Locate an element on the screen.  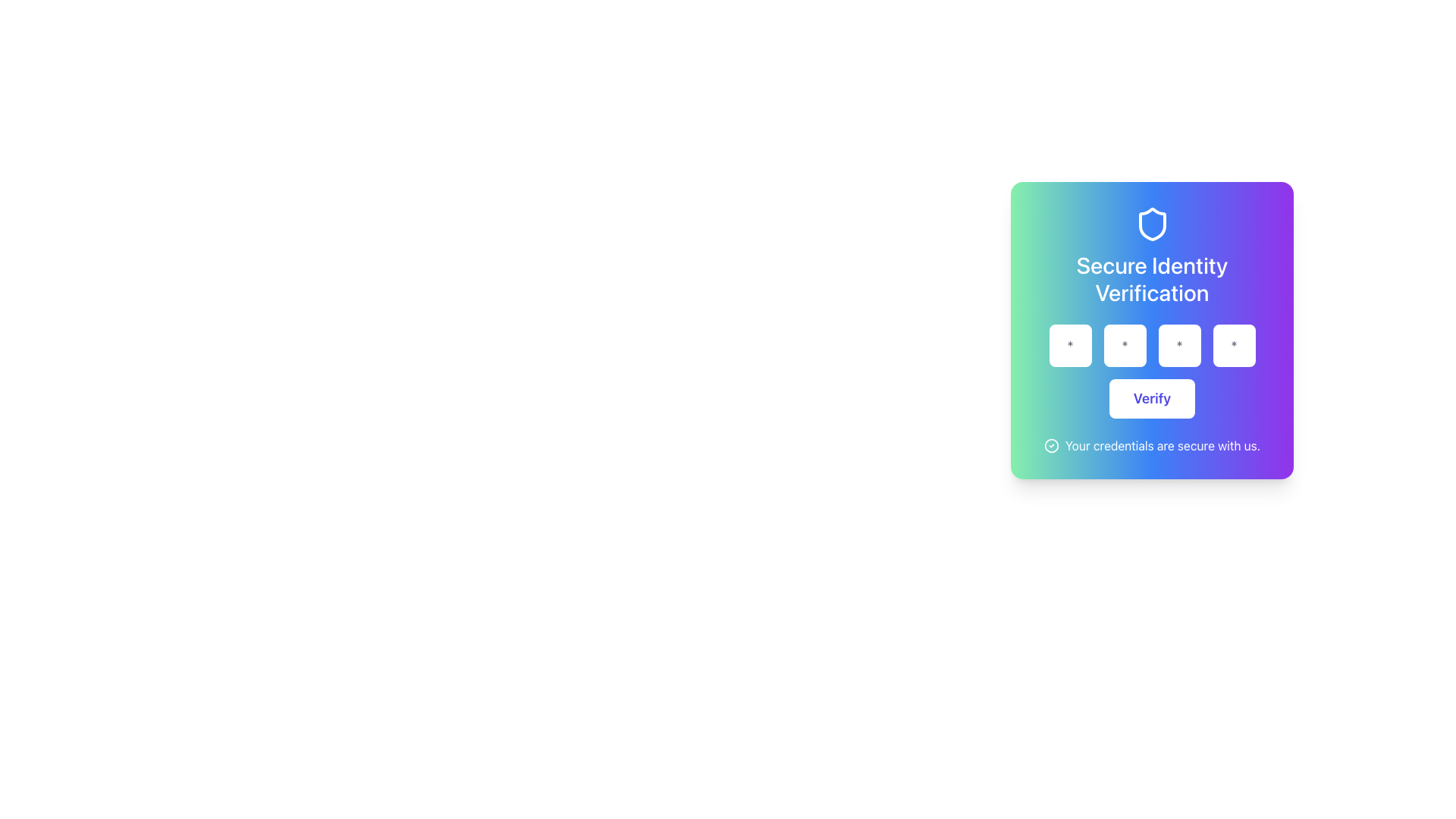
the 'Verify' button, which is a rectangular button with a bold indigo label on a white background, located at the bottom of a card component with a gradient background is located at coordinates (1152, 397).